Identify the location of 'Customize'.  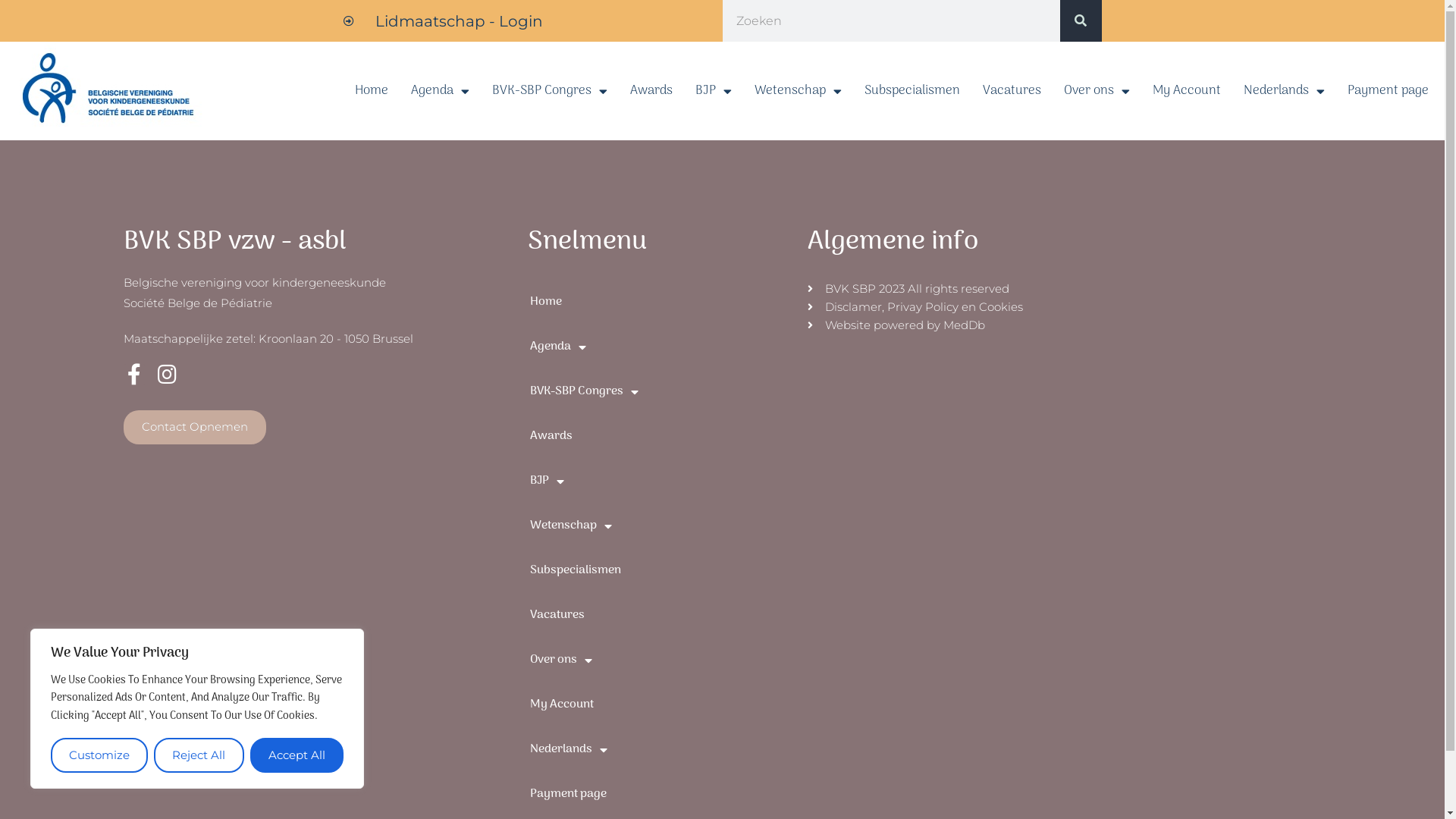
(51, 755).